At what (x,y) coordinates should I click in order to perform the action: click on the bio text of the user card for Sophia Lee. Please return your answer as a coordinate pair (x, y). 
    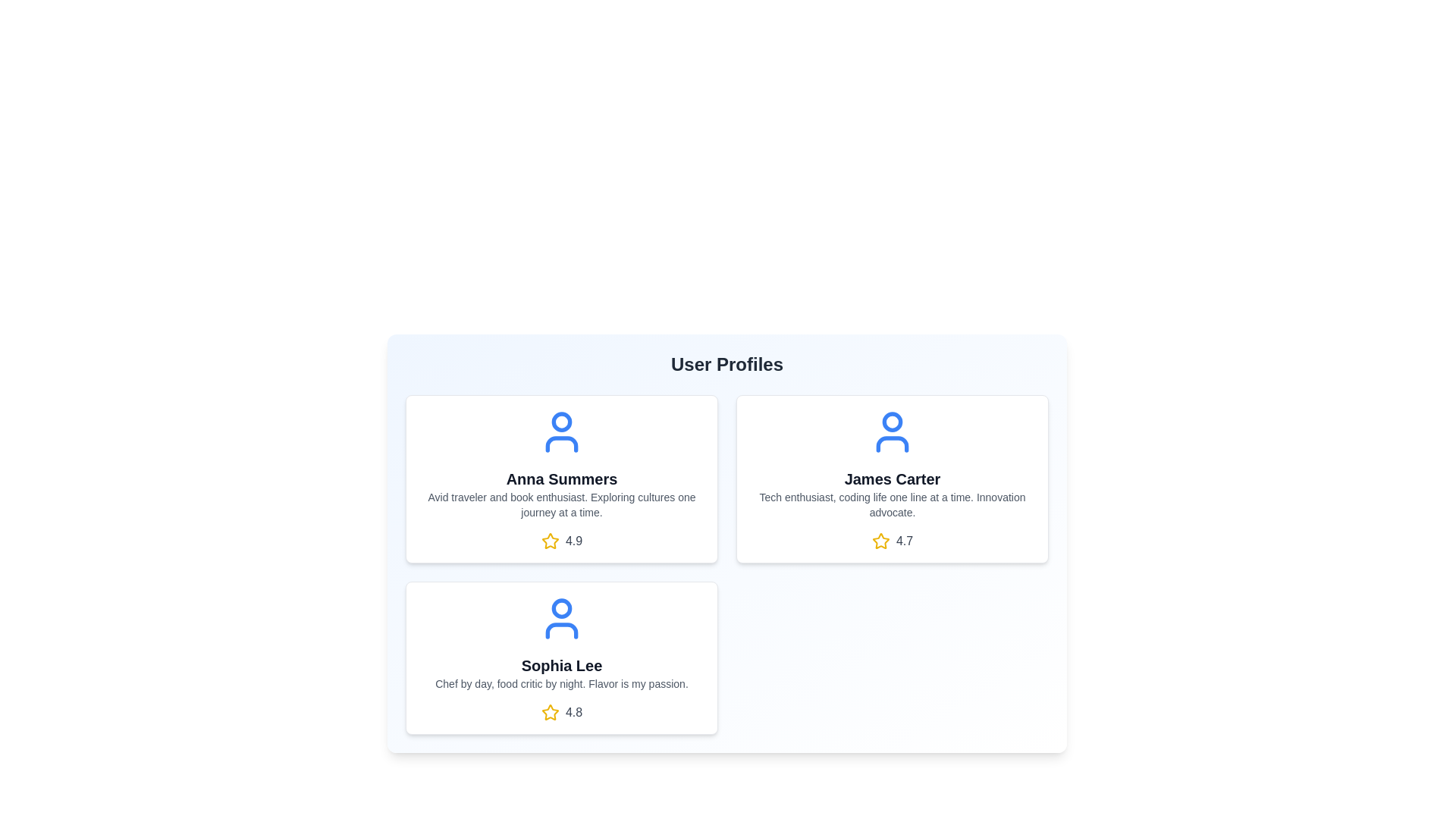
    Looking at the image, I should click on (560, 684).